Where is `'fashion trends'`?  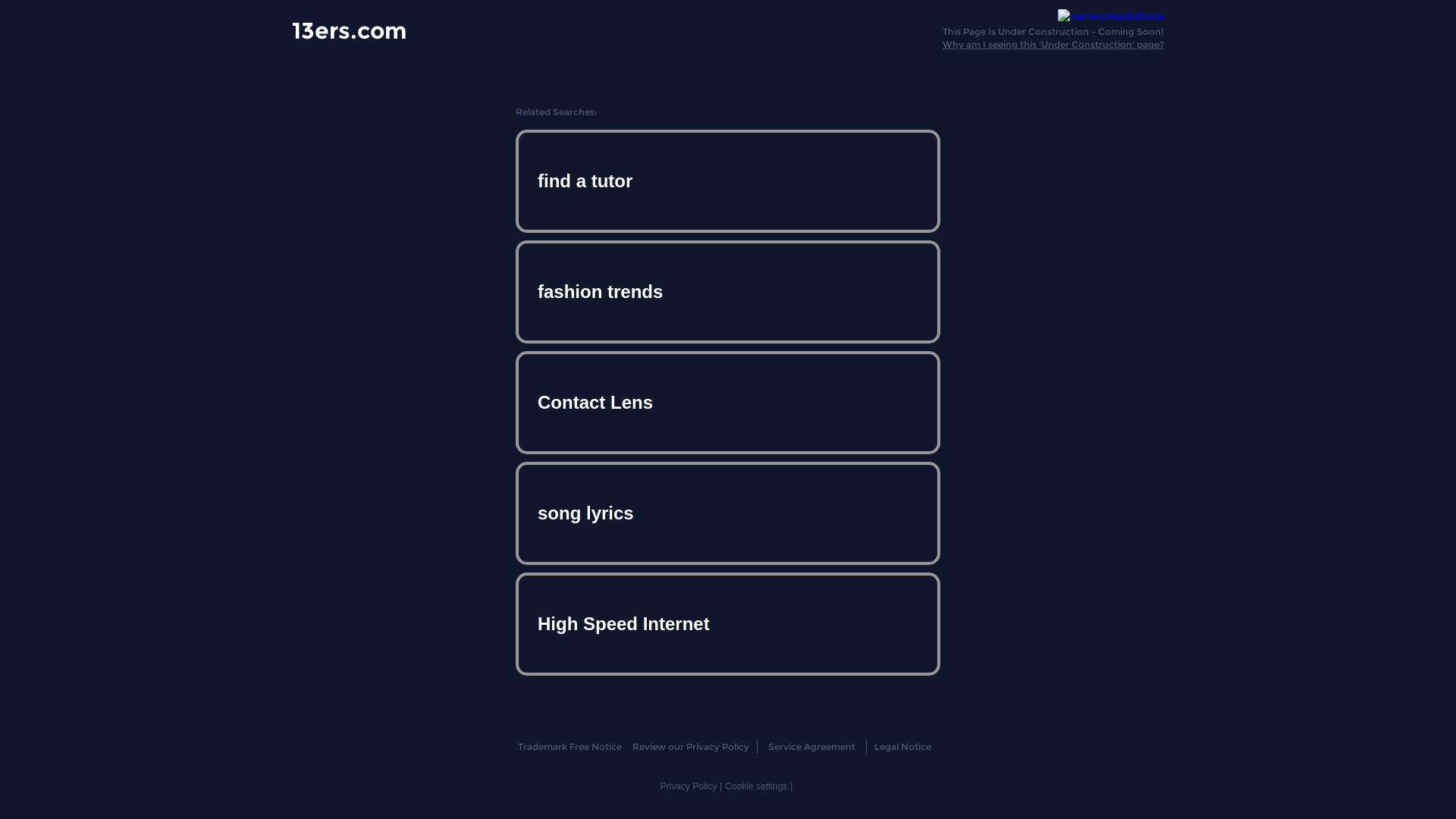 'fashion trends' is located at coordinates (728, 292).